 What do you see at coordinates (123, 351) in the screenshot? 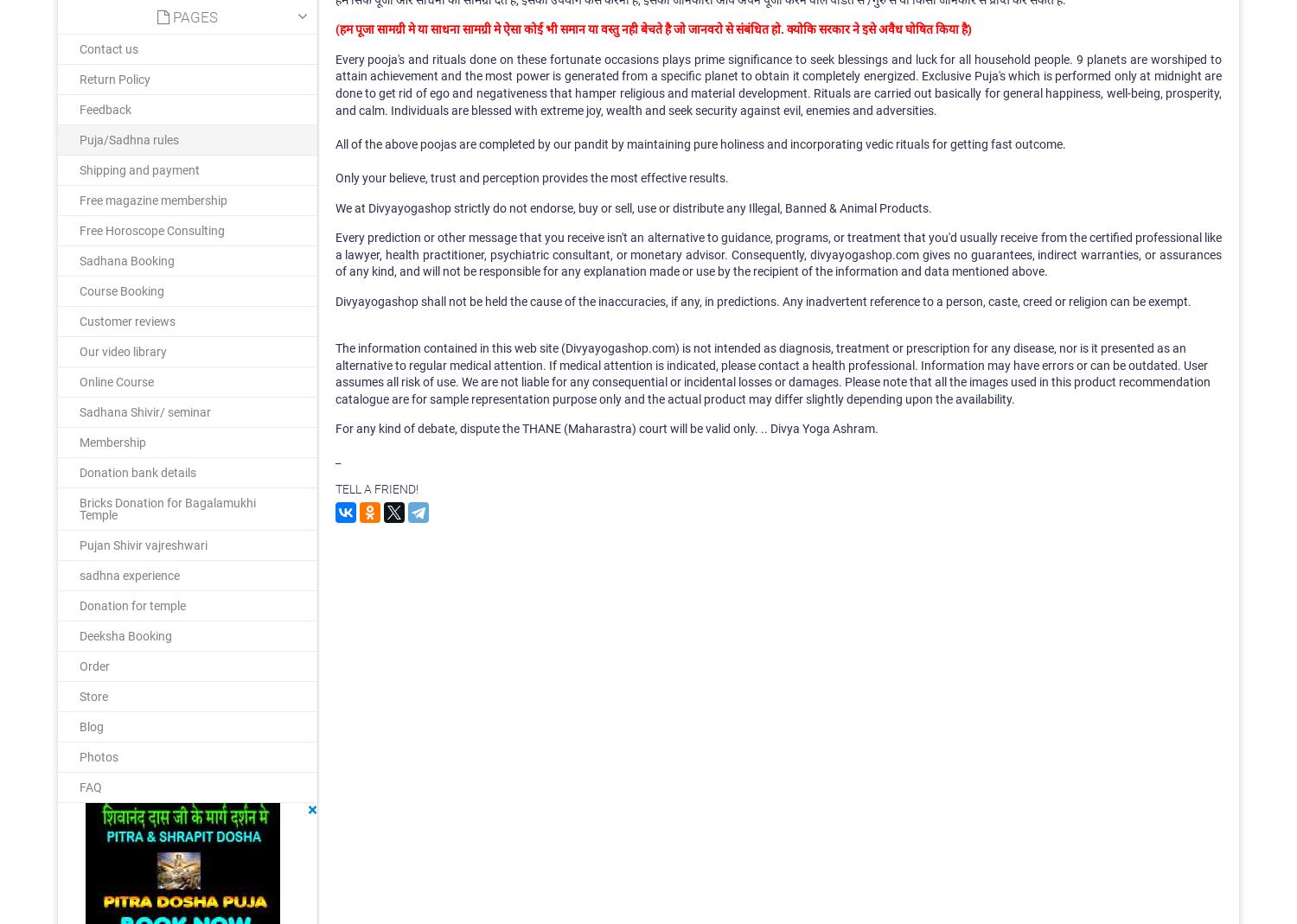
I see `'Our video library'` at bounding box center [123, 351].